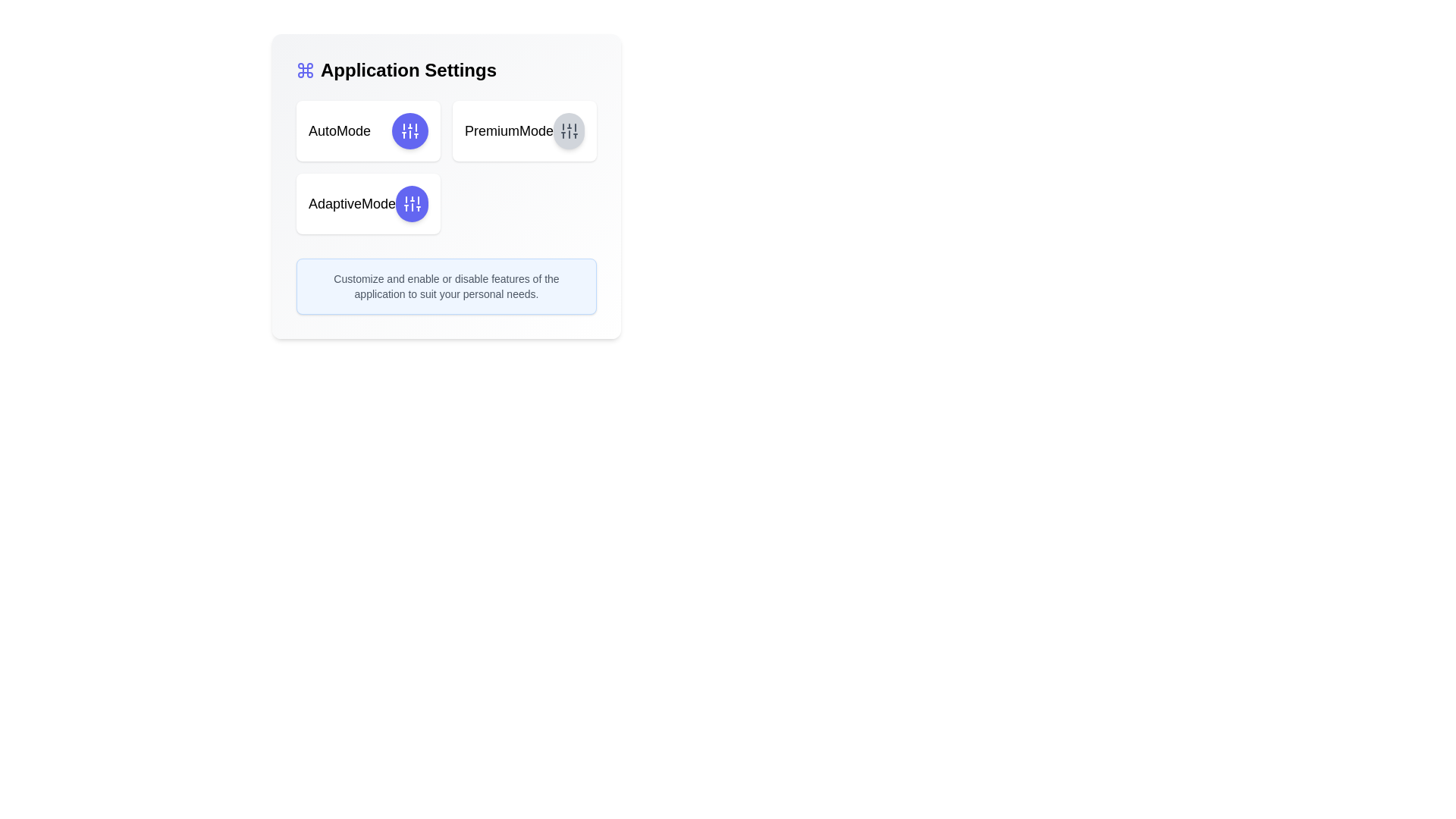 This screenshot has height=819, width=1456. Describe the element at coordinates (524, 130) in the screenshot. I see `the 'PremiumMode' button-like card, which has a white background, rounded corners, and contains centered text styled in medium font, along with a circular icon on the right side` at that location.